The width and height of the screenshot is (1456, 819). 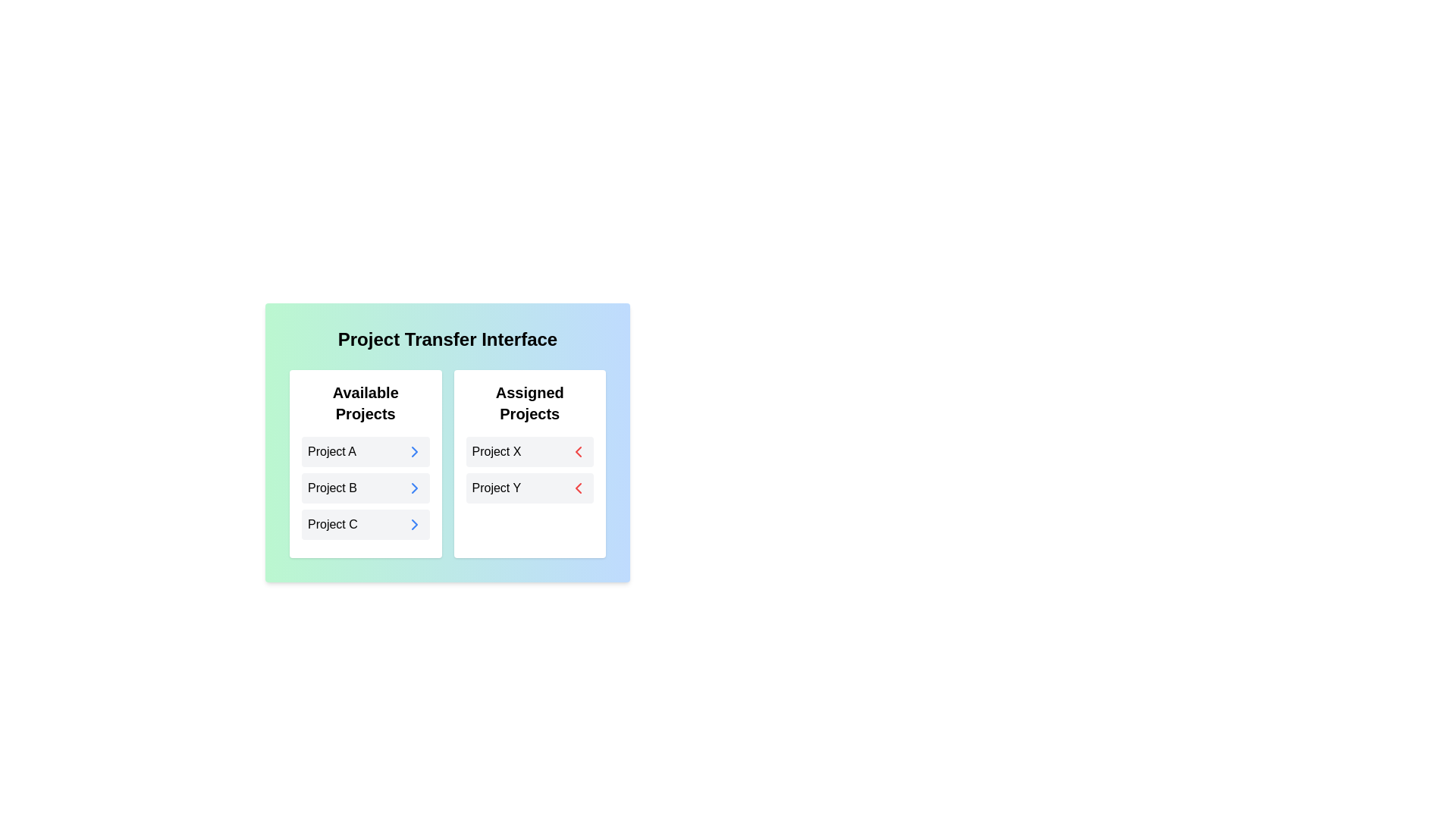 What do you see at coordinates (529, 451) in the screenshot?
I see `the first list item labeled 'Project X' with a red arrow icon in the 'Assigned Projects' section` at bounding box center [529, 451].